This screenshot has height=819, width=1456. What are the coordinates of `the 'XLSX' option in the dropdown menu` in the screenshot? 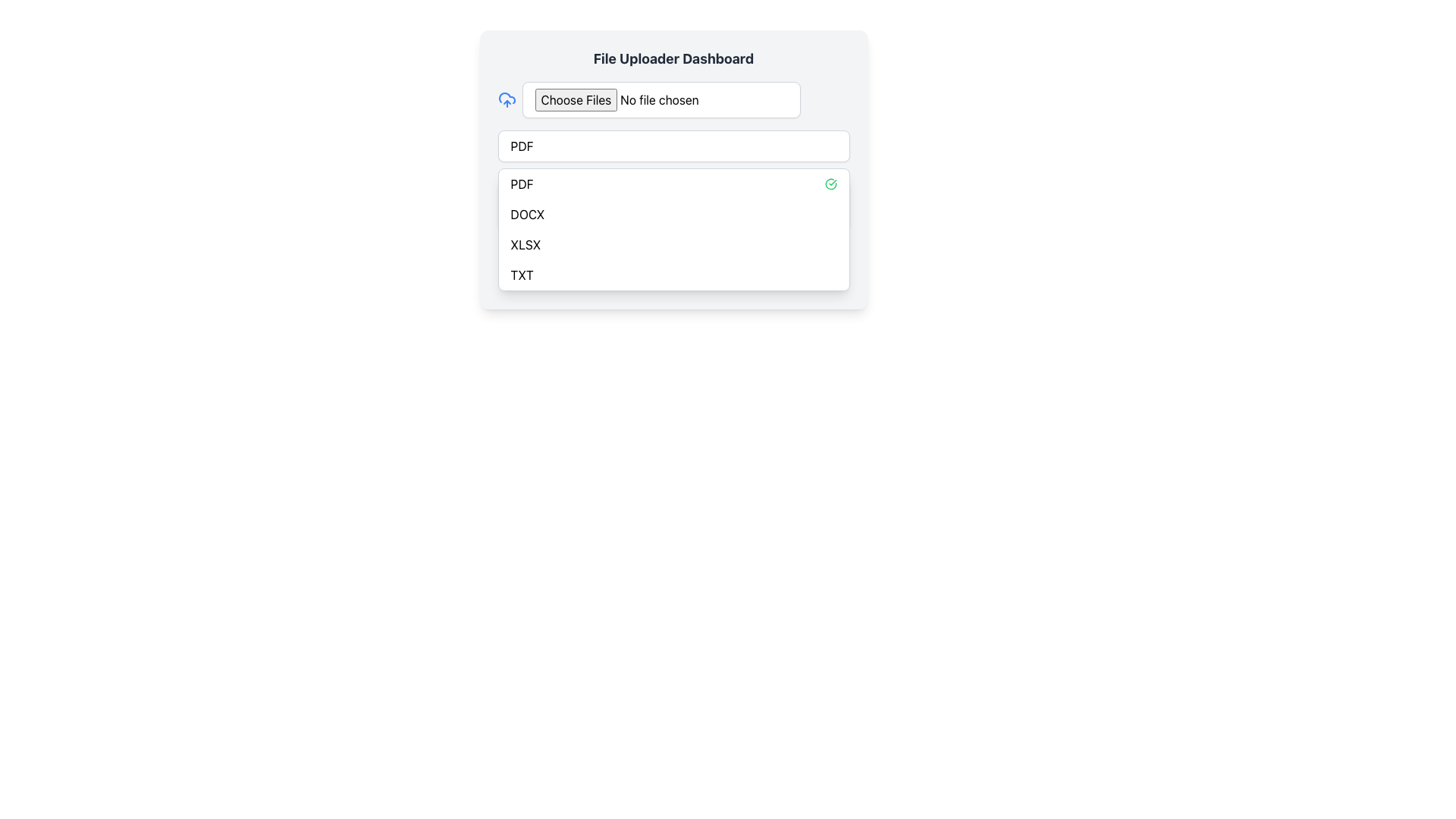 It's located at (673, 244).